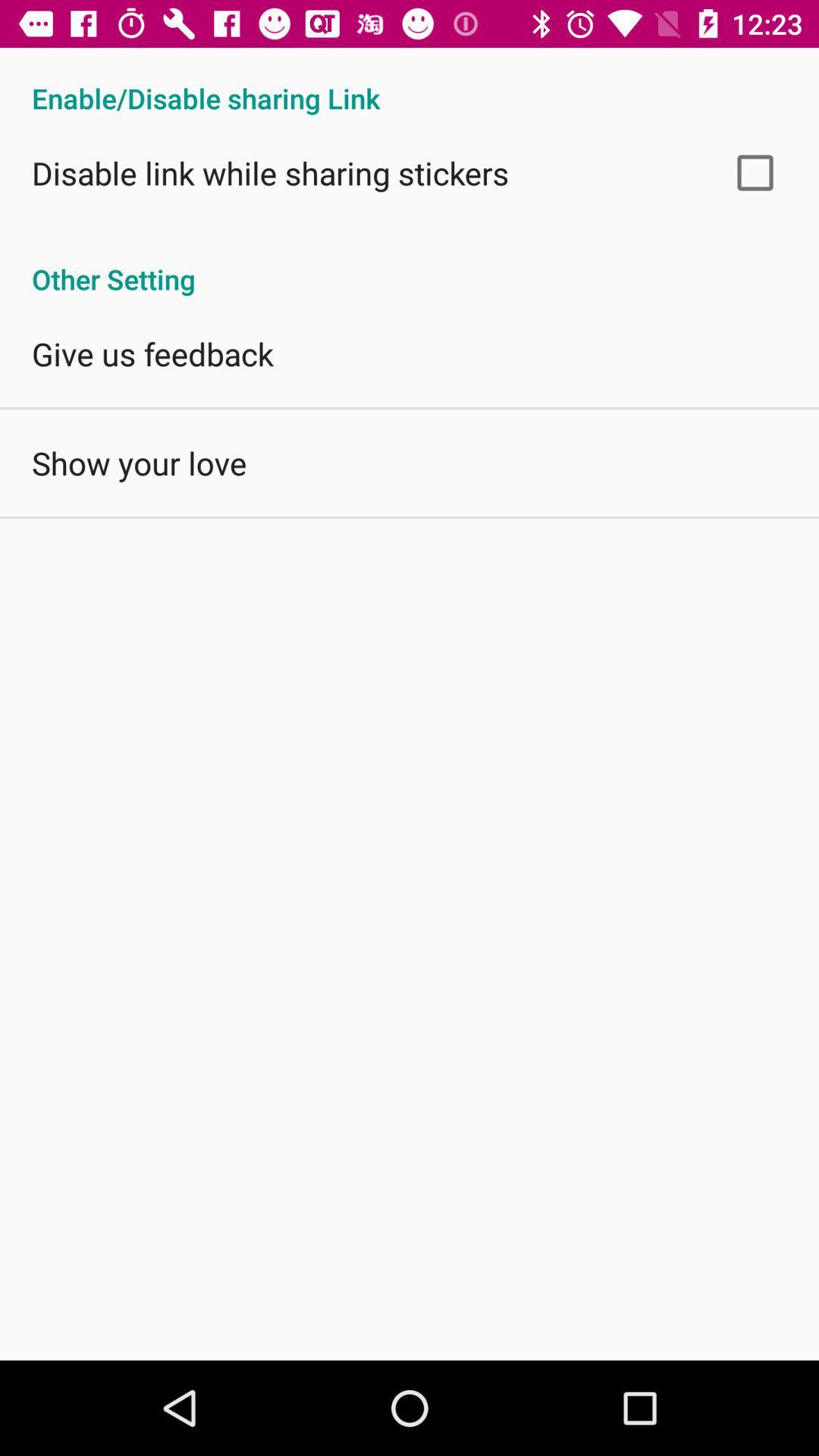  What do you see at coordinates (152, 353) in the screenshot?
I see `the give us feedback app` at bounding box center [152, 353].